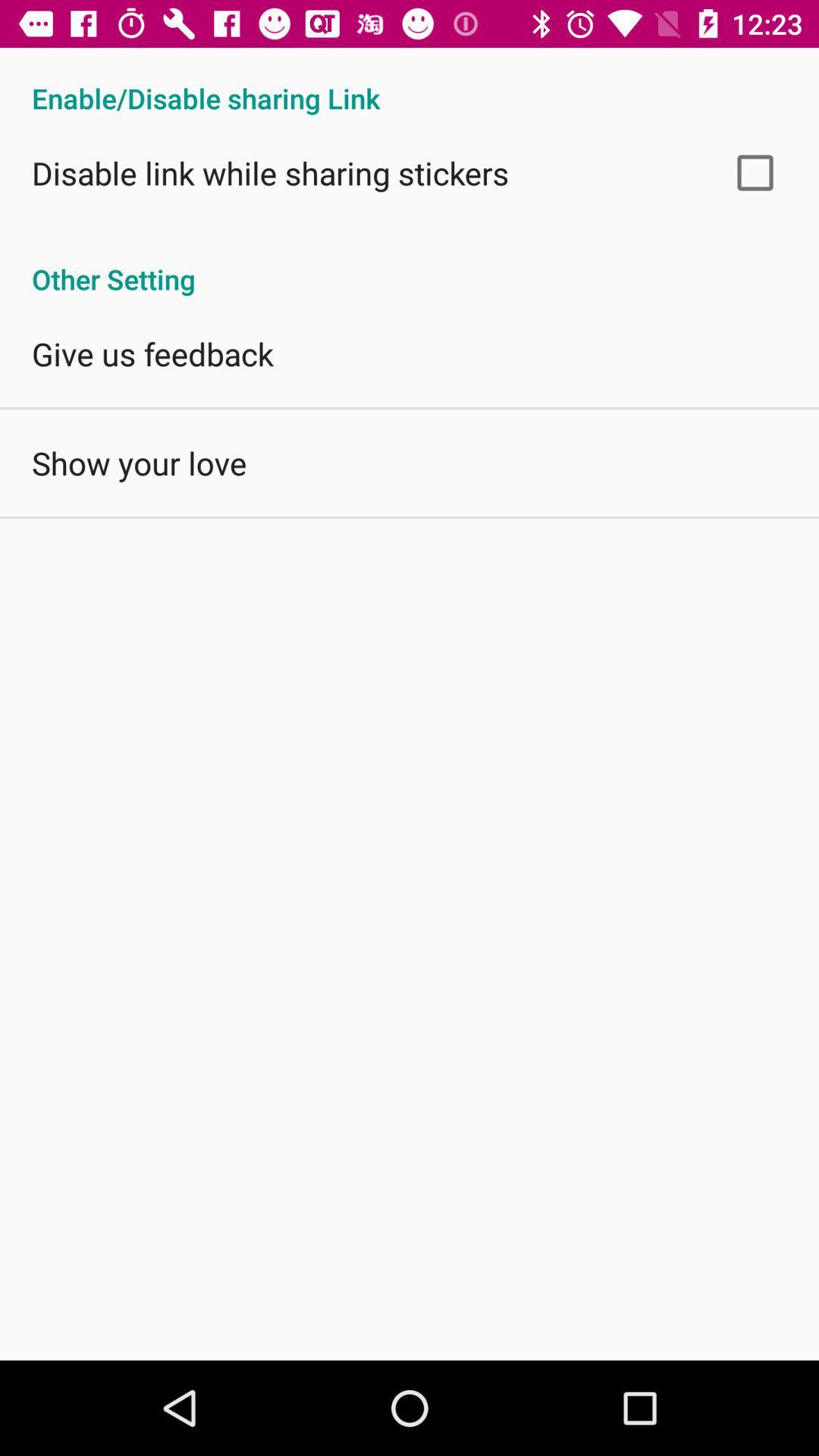  What do you see at coordinates (152, 353) in the screenshot?
I see `the give us feedback app` at bounding box center [152, 353].